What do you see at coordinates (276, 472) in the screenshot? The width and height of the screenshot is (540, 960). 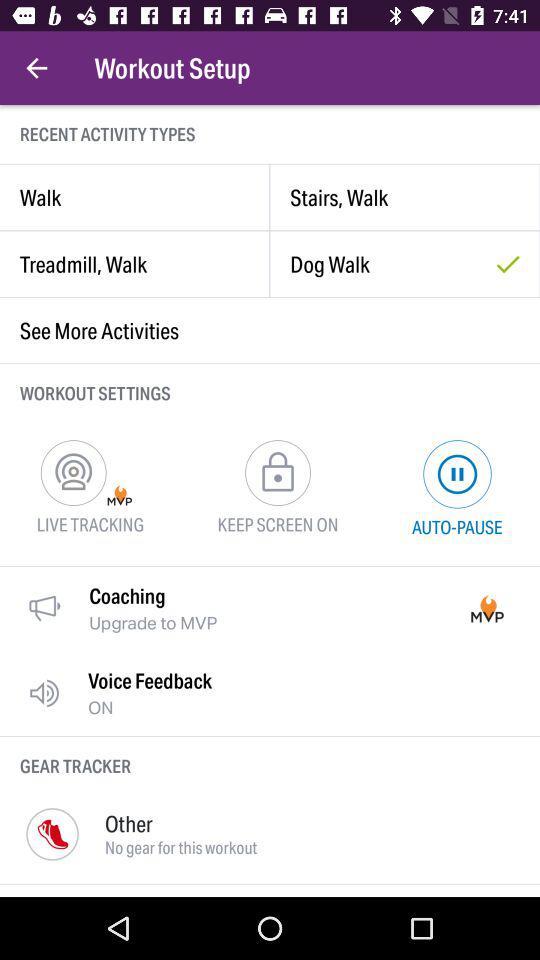 I see `the icon above keep screen on` at bounding box center [276, 472].